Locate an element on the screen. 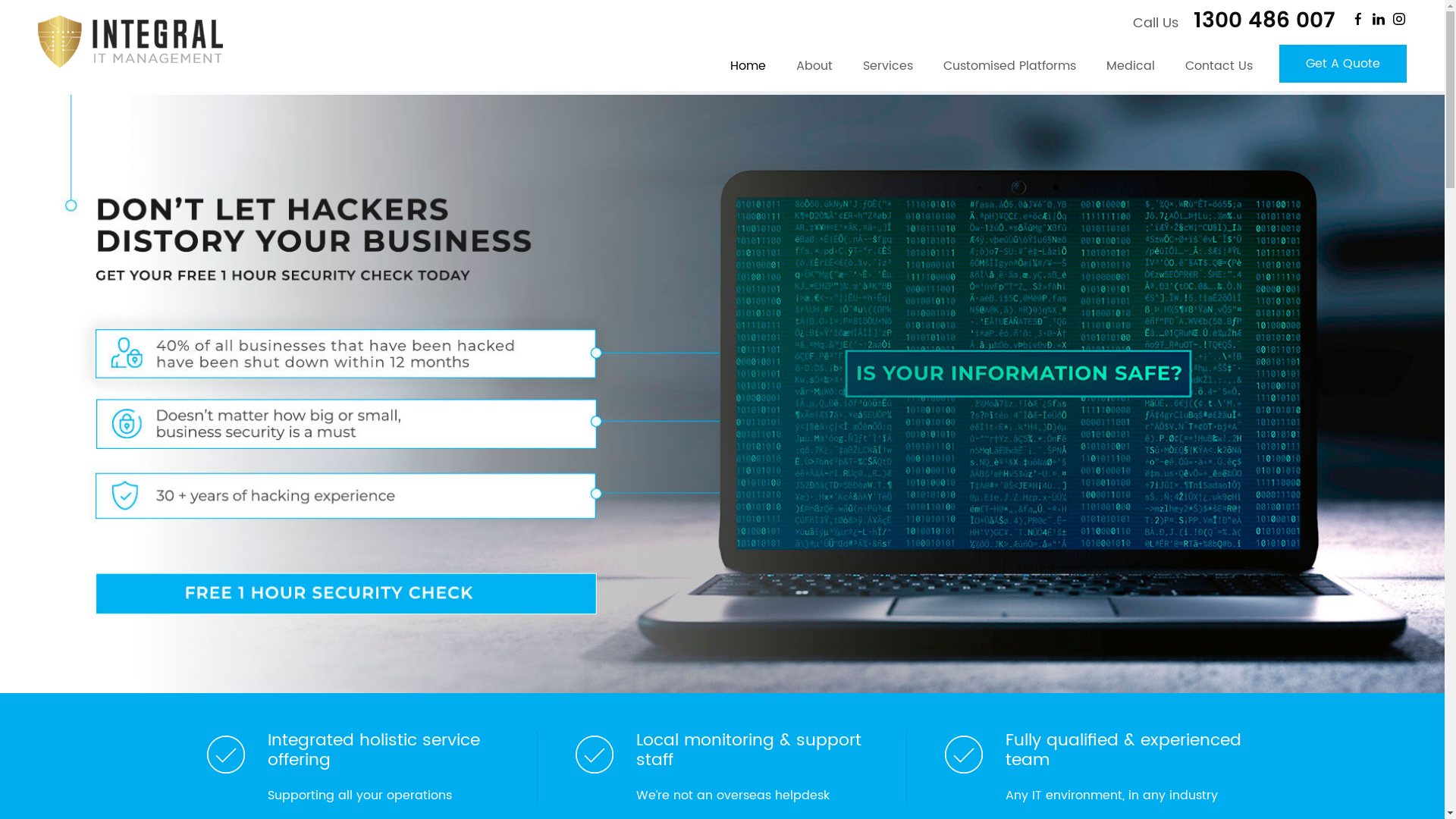 This screenshot has width=1456, height=819. 'Linkedin' is located at coordinates (1379, 18).